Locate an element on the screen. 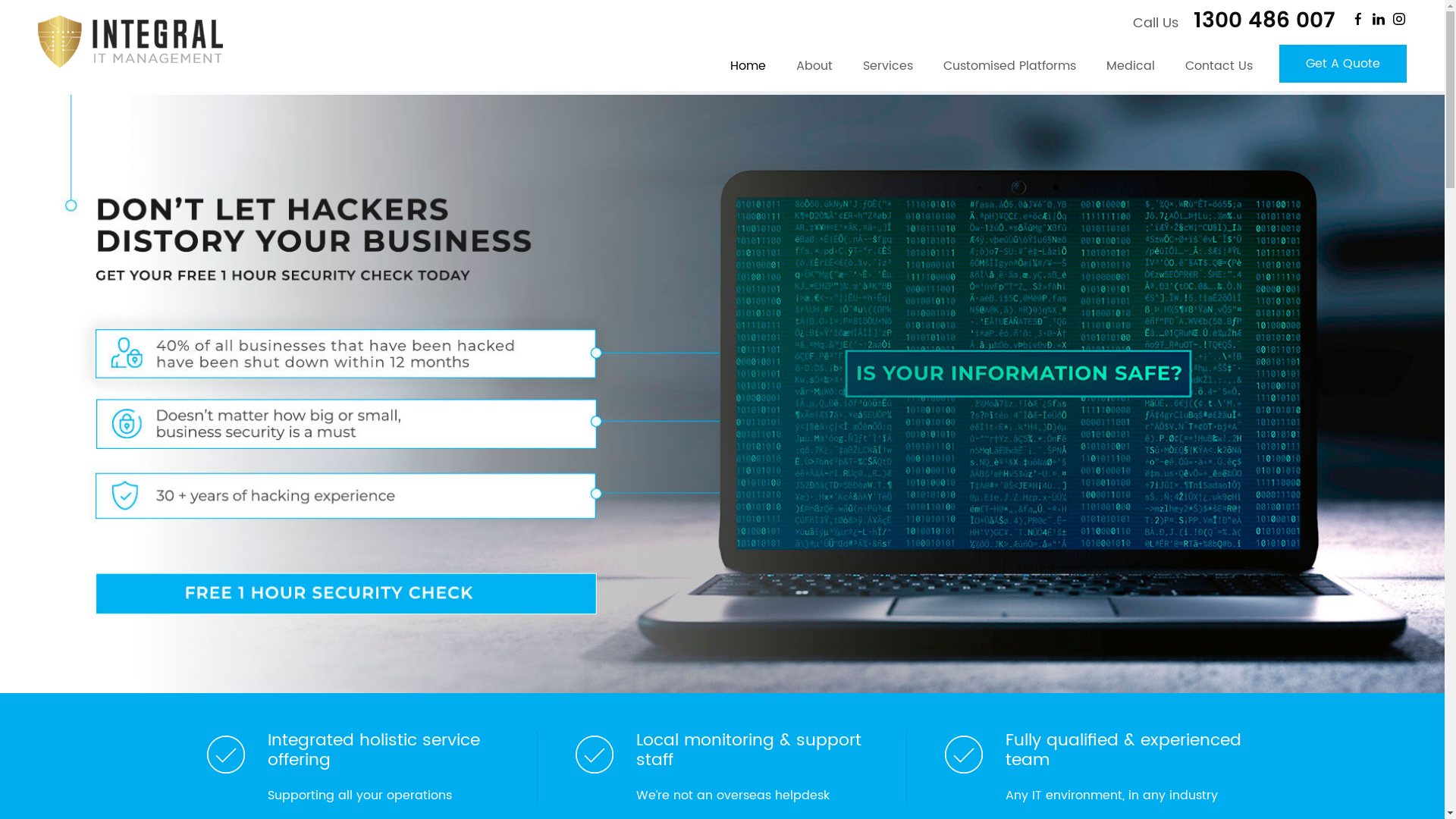 This screenshot has width=1456, height=819. 'Linkedin' is located at coordinates (1379, 18).